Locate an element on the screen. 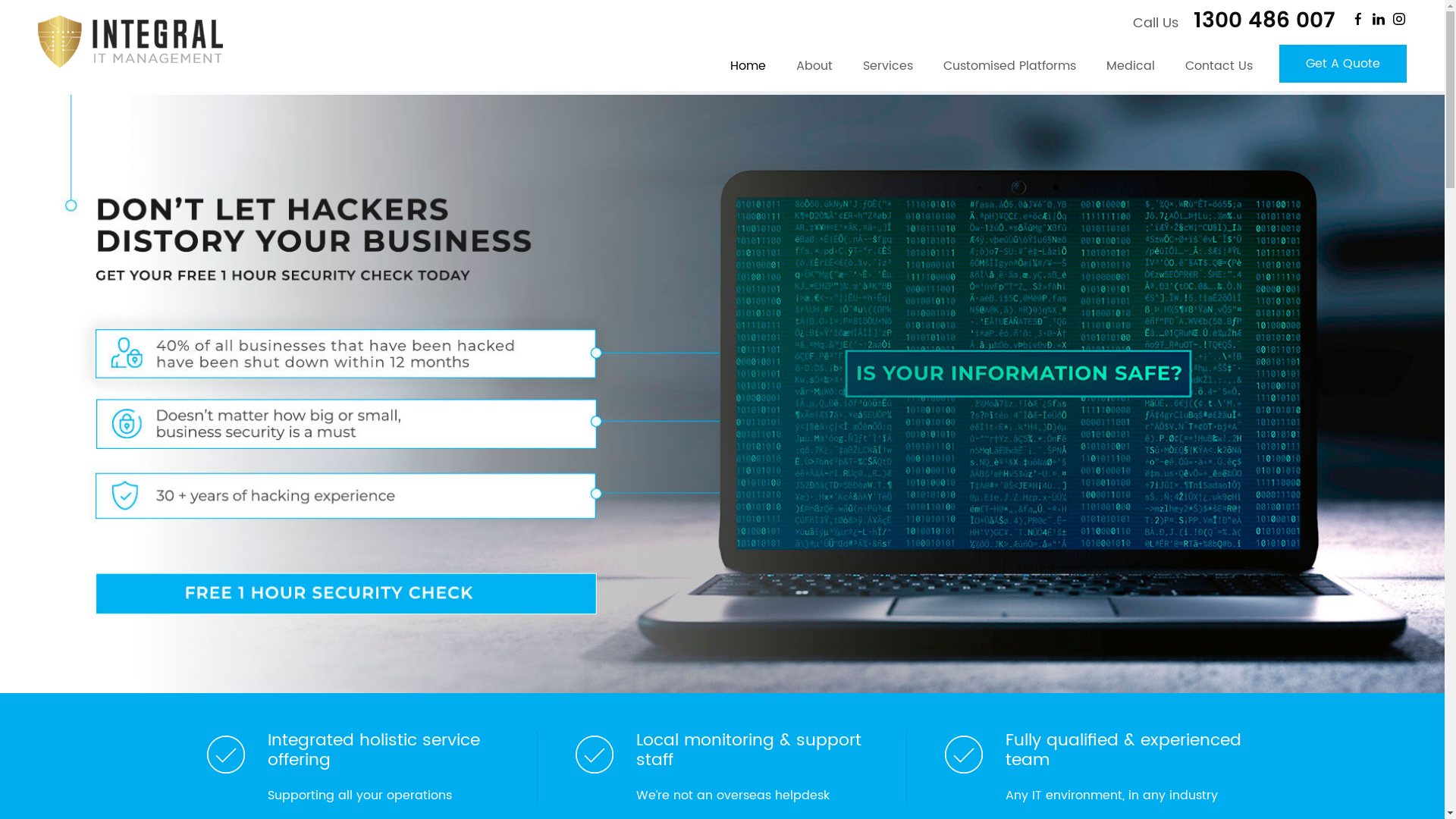 This screenshot has width=1456, height=819. 'Linkedin' is located at coordinates (1379, 18).